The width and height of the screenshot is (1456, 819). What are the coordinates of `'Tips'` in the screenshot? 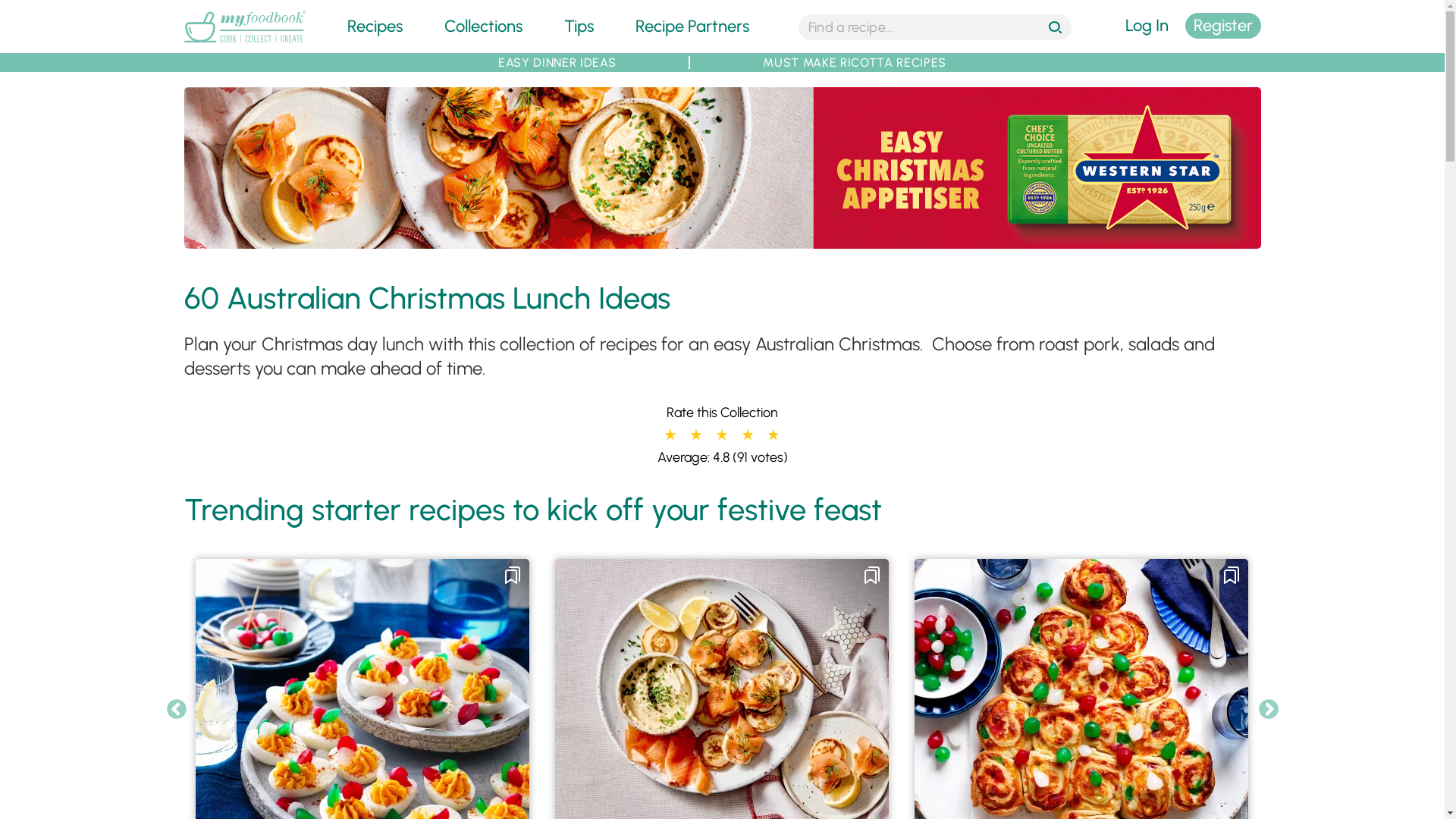 It's located at (578, 26).